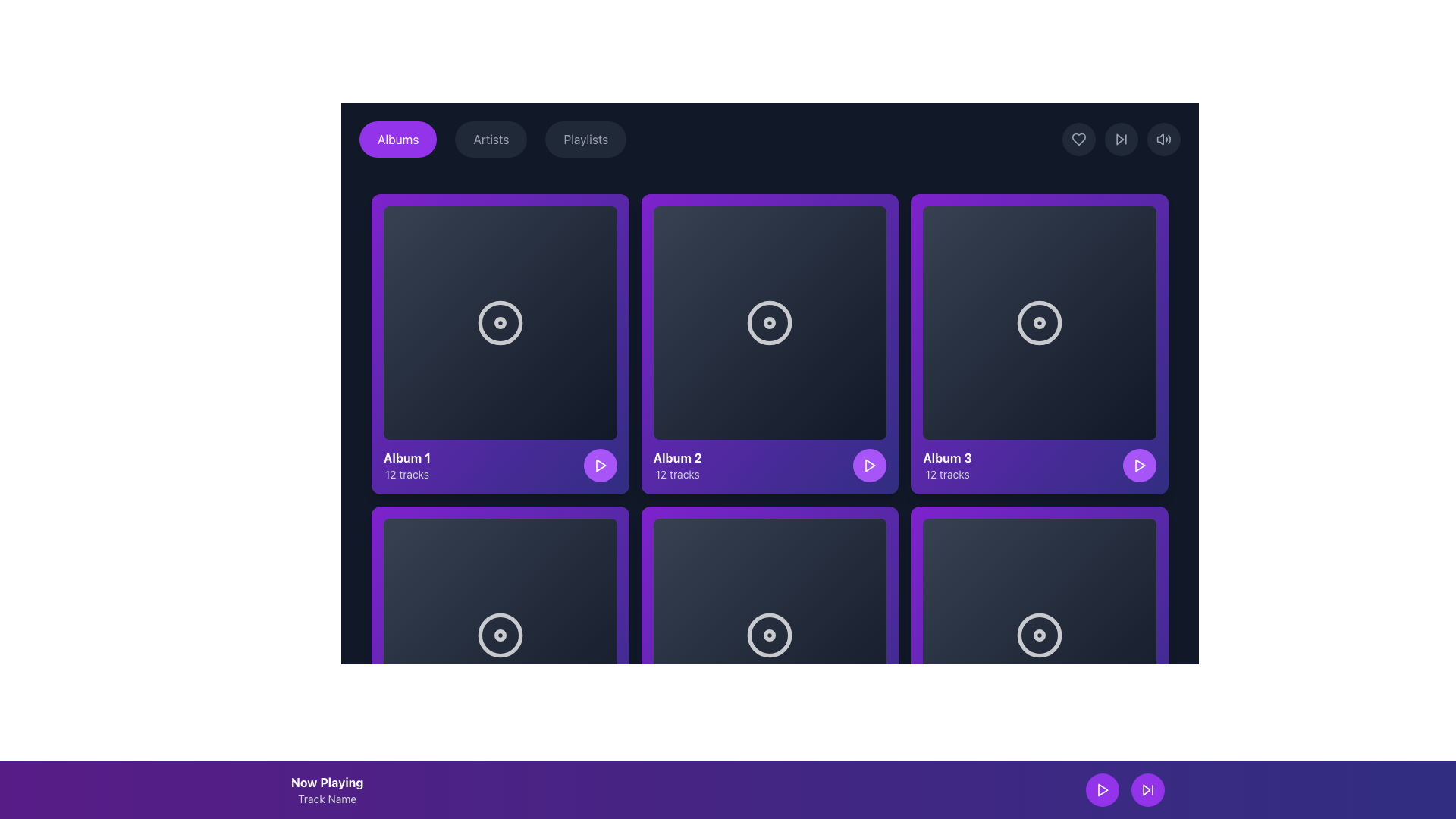 The width and height of the screenshot is (1456, 819). Describe the element at coordinates (1039, 635) in the screenshot. I see `the disc icon representing the album in the lower-right cell of the album grid for interaction` at that location.